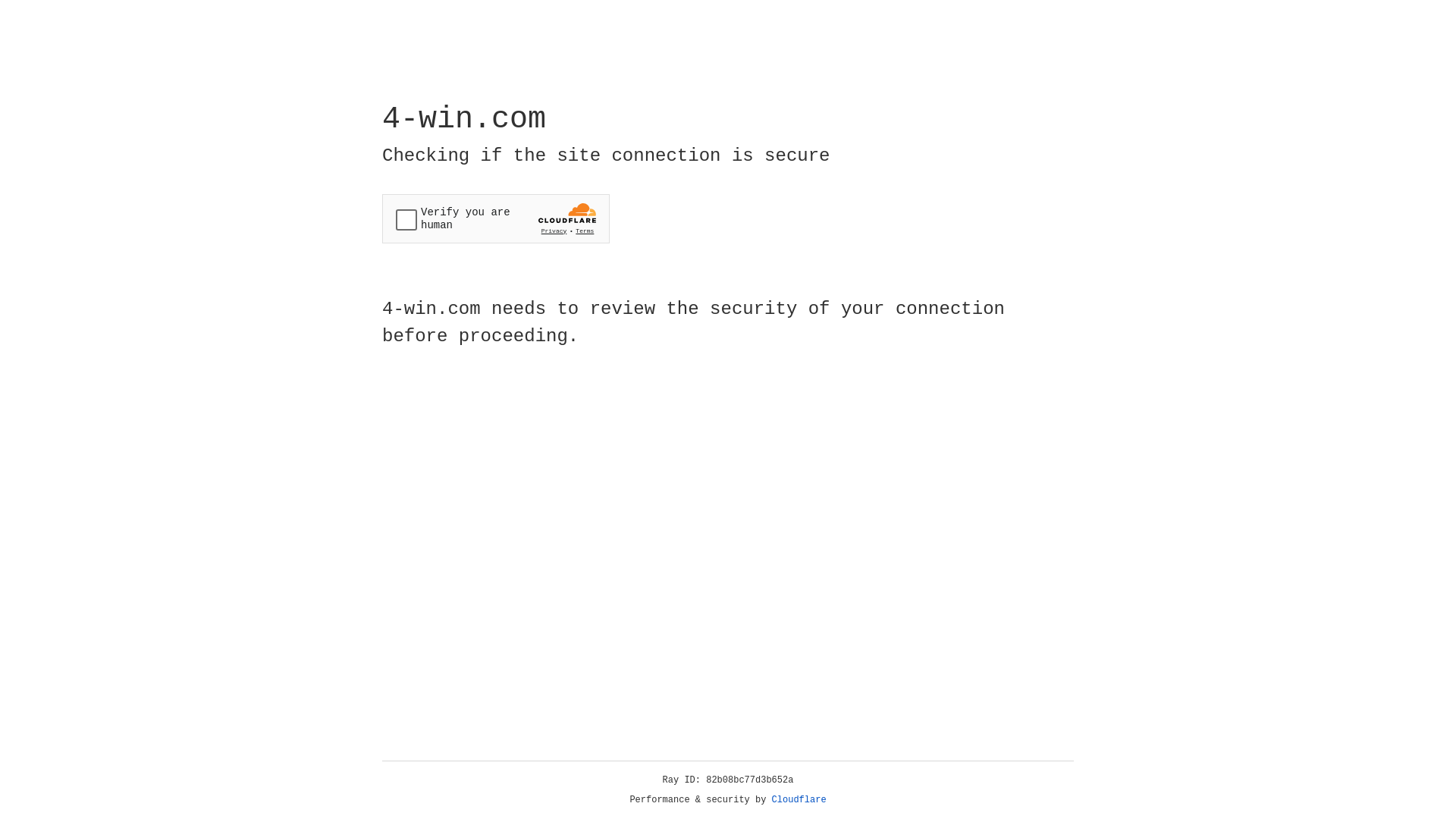 The image size is (1456, 819). Describe the element at coordinates (495, 218) in the screenshot. I see `'Widget containing a Cloudflare security challenge'` at that location.